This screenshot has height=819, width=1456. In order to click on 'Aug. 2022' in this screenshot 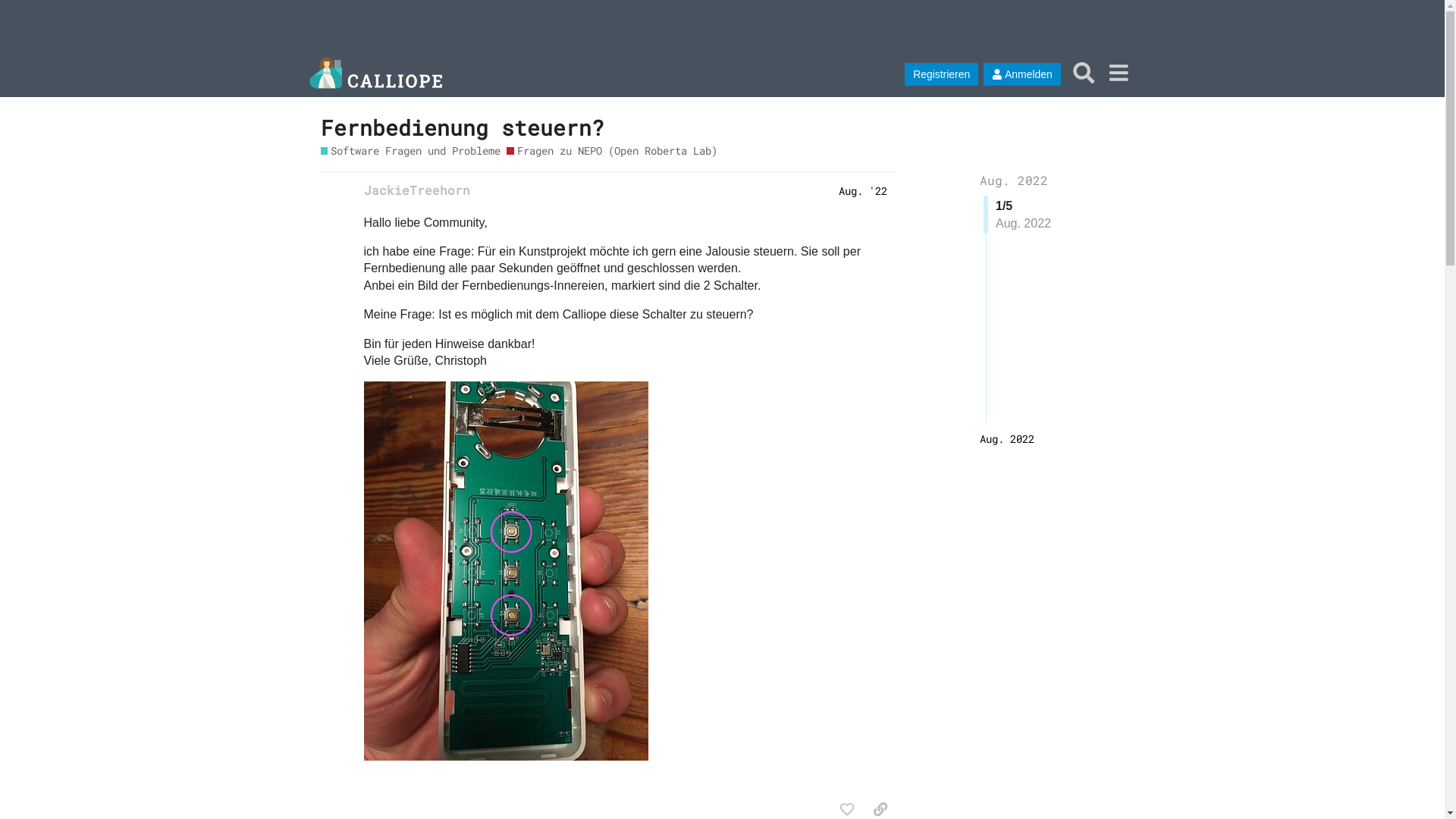, I will do `click(1014, 179)`.